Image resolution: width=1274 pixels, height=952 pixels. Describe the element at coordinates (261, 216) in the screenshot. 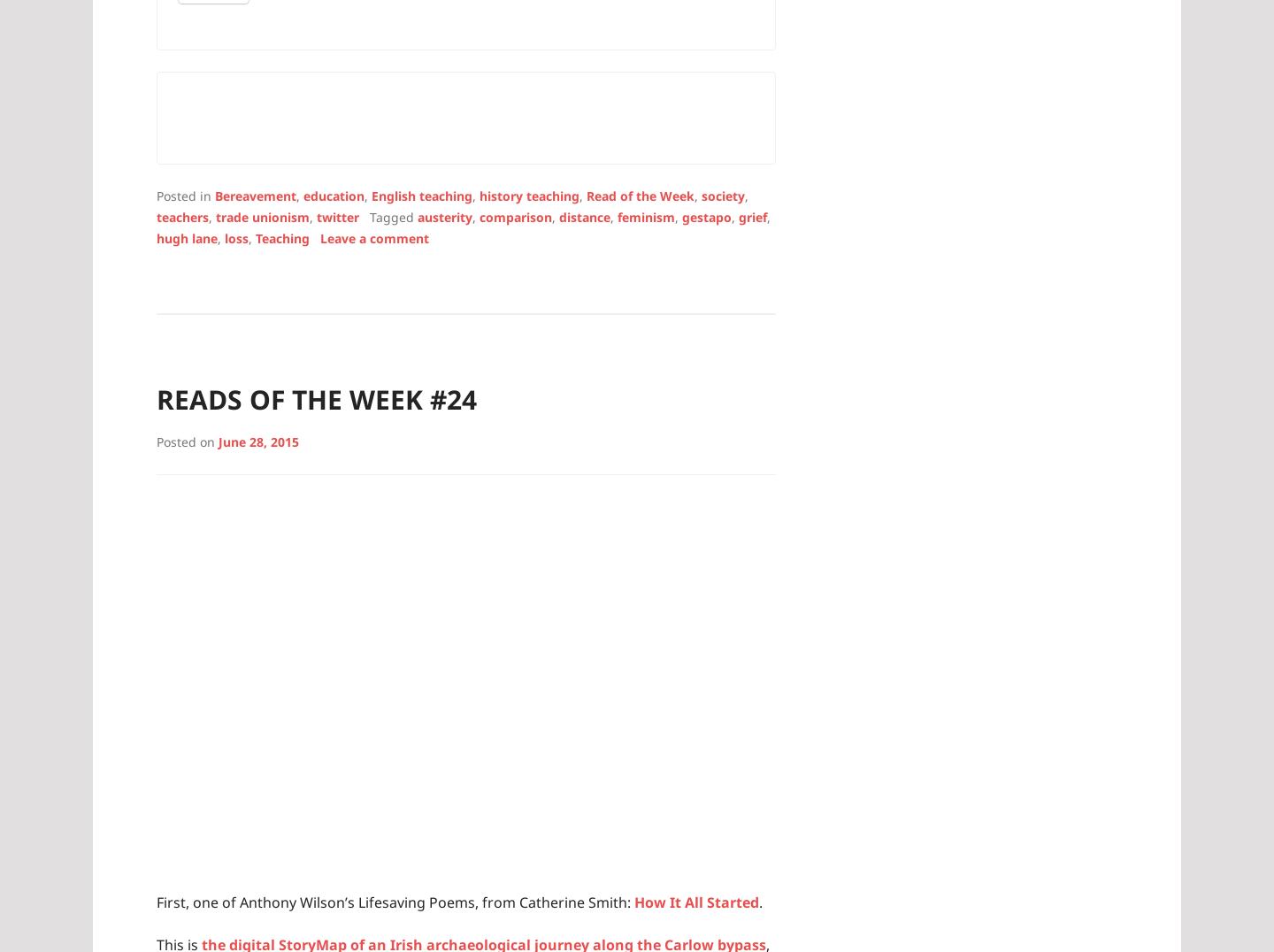

I see `'trade unionism'` at that location.